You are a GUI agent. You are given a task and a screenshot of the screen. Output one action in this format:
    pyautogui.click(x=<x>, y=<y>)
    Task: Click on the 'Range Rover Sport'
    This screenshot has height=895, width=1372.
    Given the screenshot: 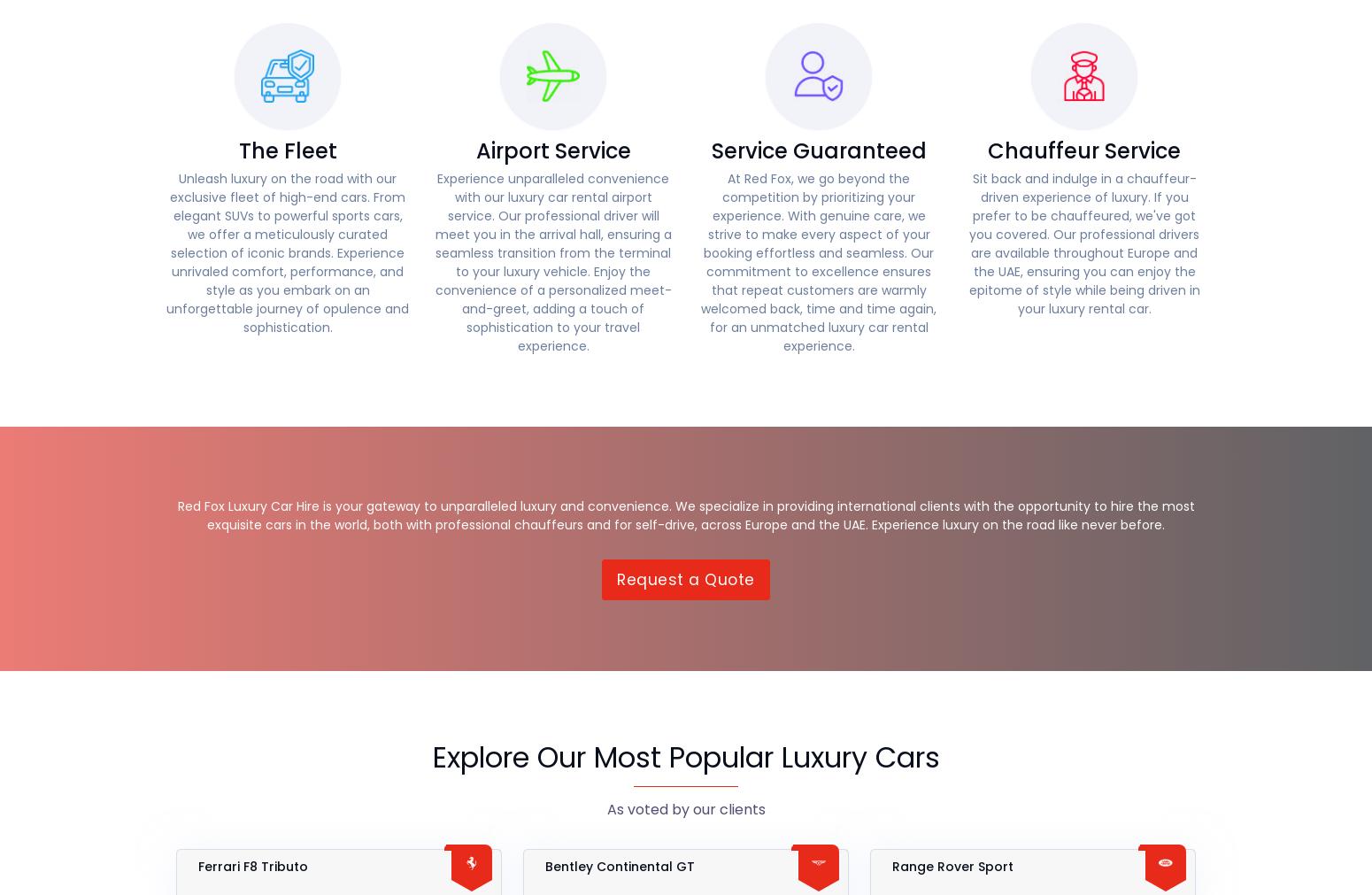 What is the action you would take?
    pyautogui.click(x=952, y=866)
    